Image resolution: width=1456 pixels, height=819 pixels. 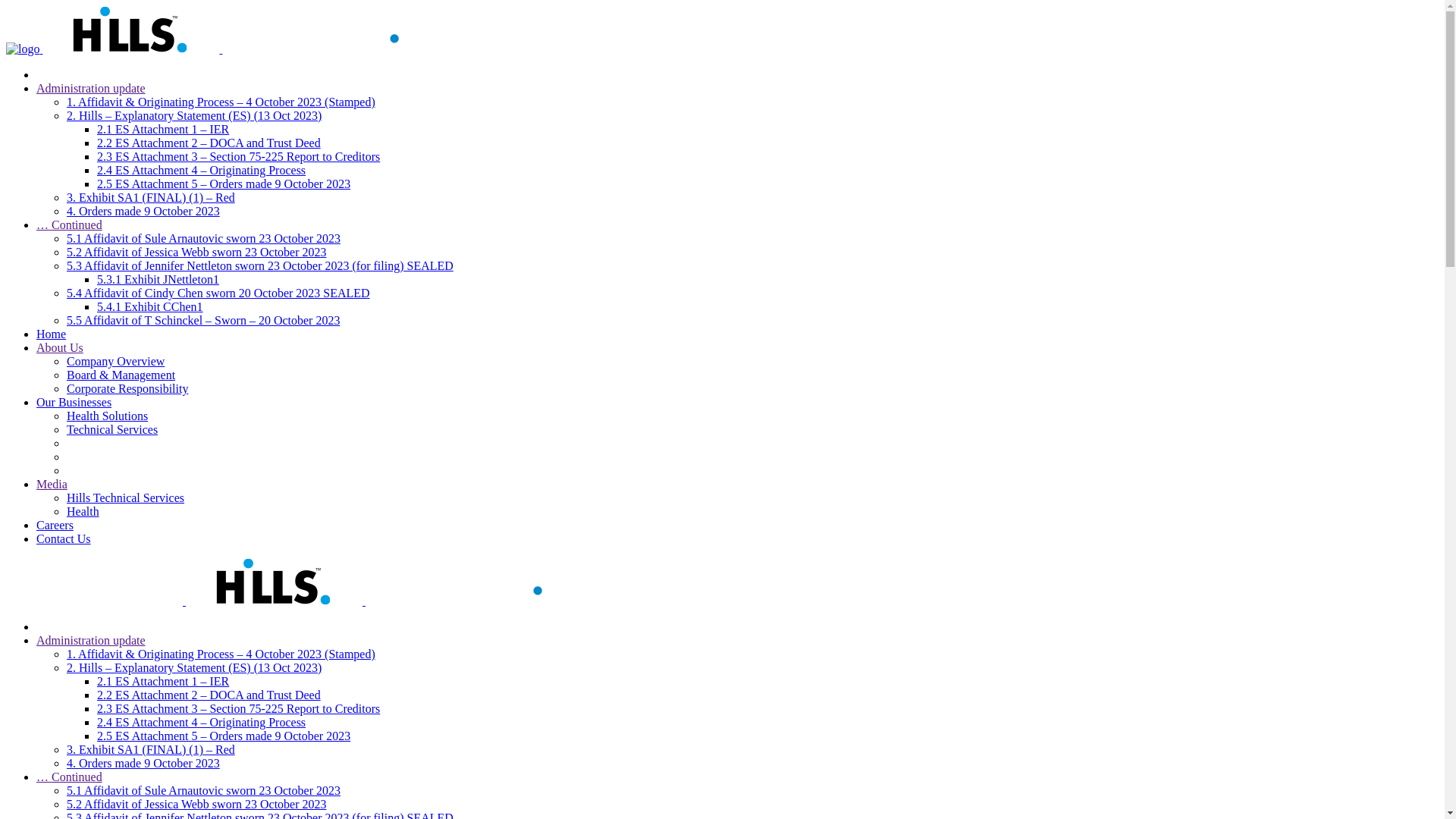 What do you see at coordinates (120, 375) in the screenshot?
I see `'Board & Management'` at bounding box center [120, 375].